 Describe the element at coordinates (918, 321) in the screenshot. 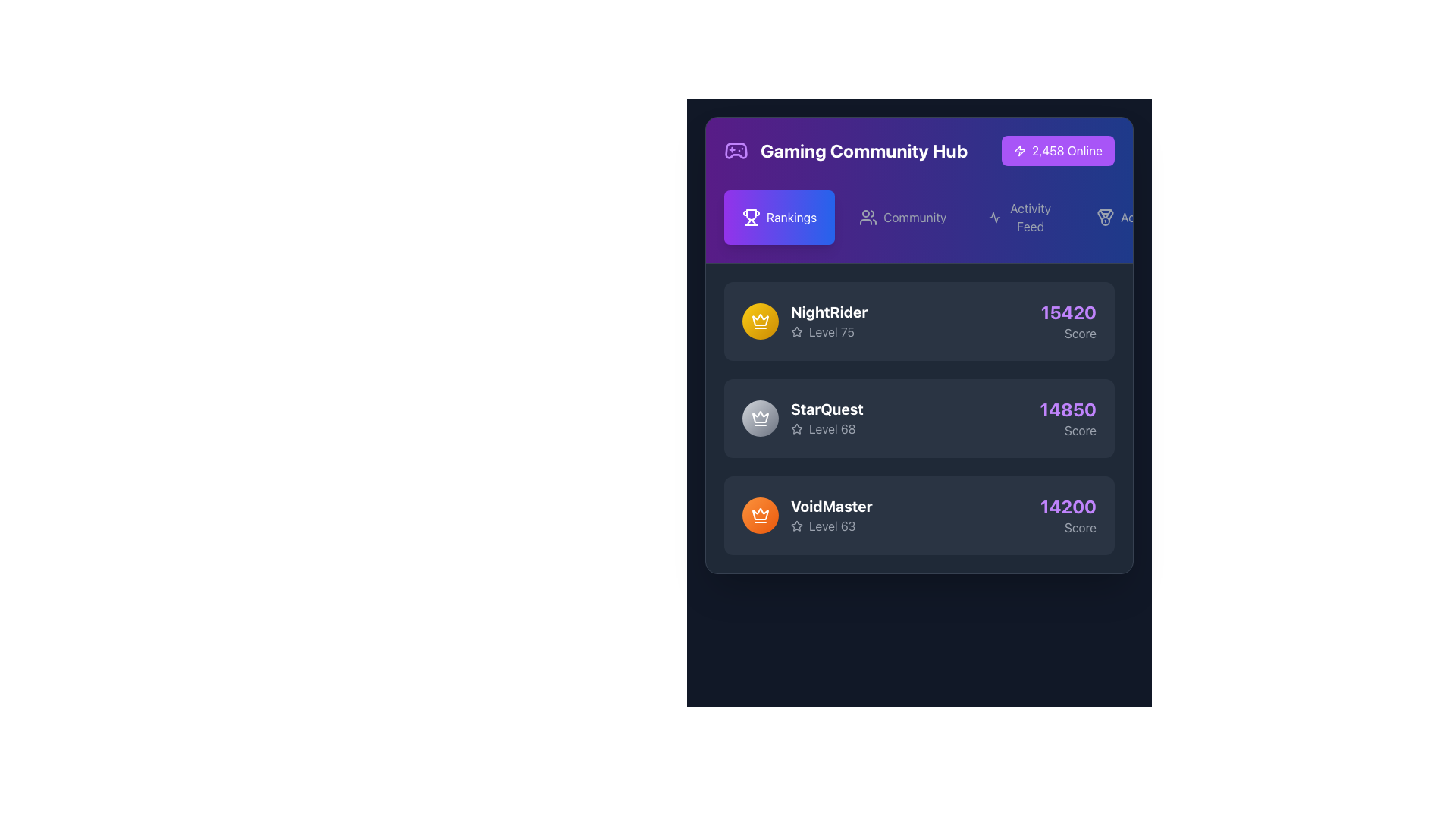

I see `the first leaderboard entry in the Rankings section of the Gaming Community Hub to interact with it` at that location.